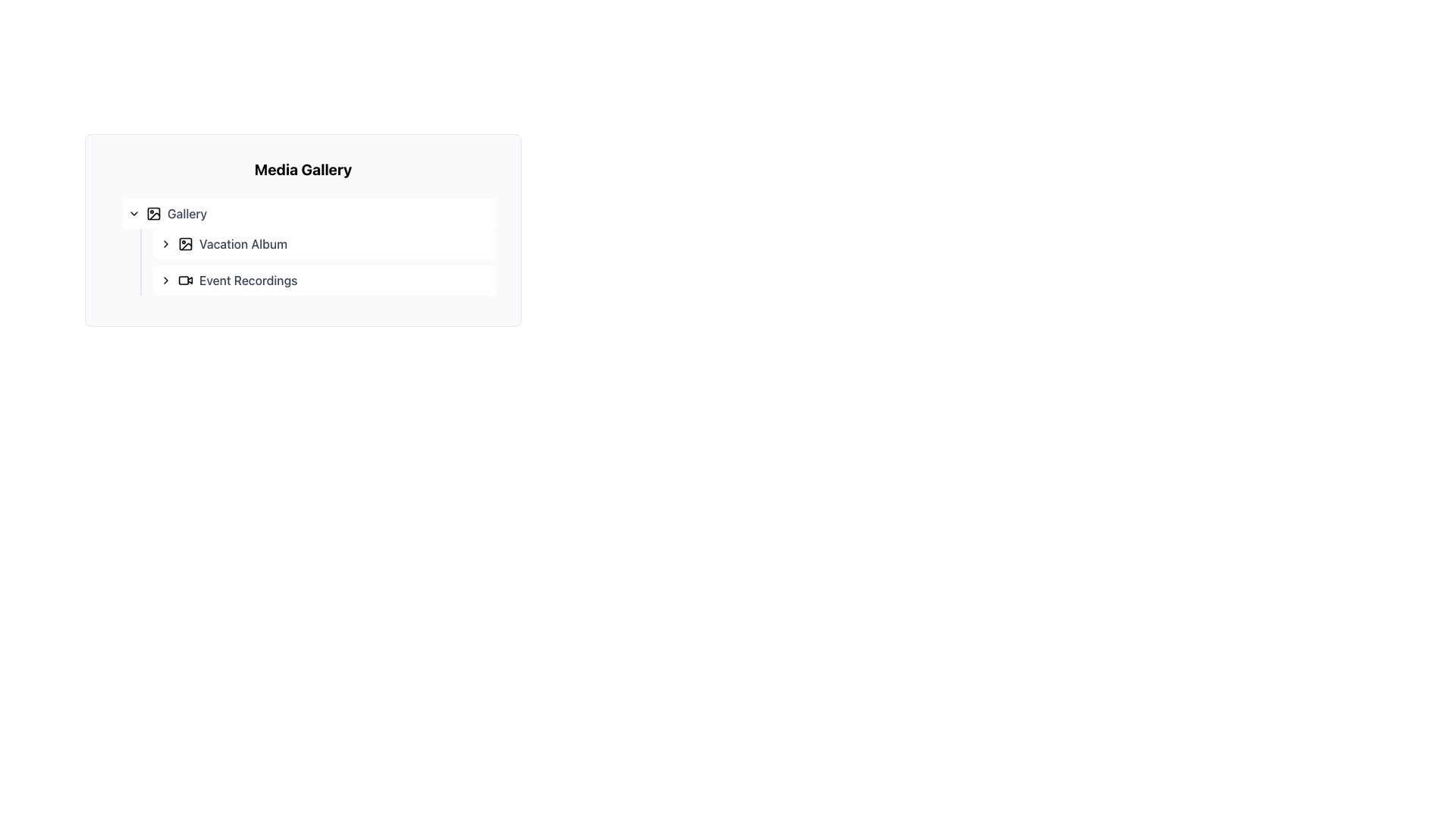 Image resolution: width=1456 pixels, height=819 pixels. What do you see at coordinates (248, 281) in the screenshot?
I see `the text label 'Event Recordings' which is displayed in gray color and is the last item in the 'Media Gallery' panel` at bounding box center [248, 281].